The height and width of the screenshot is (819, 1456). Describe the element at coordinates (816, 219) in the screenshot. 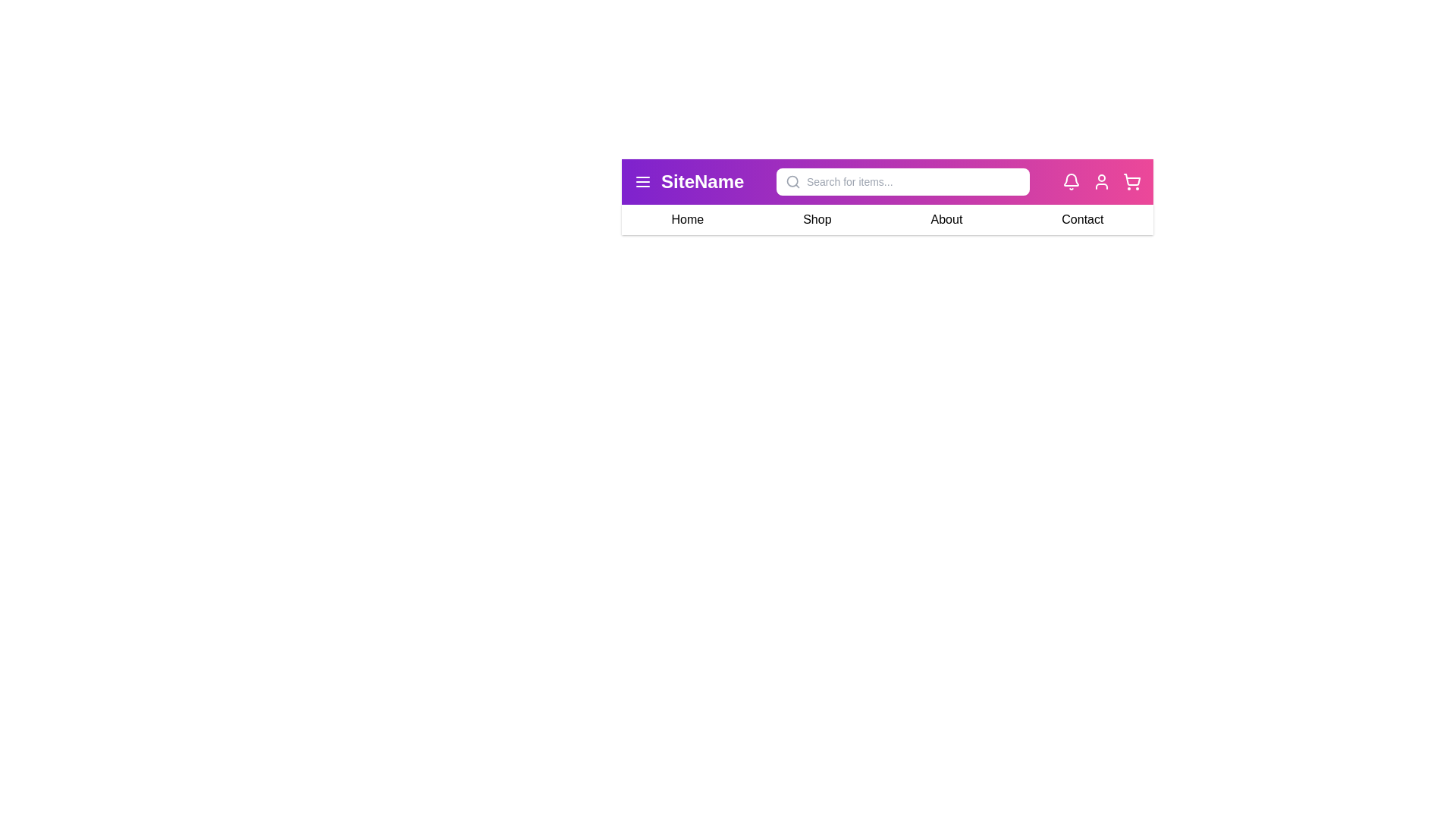

I see `the navigation menu item labeled Shop` at that location.